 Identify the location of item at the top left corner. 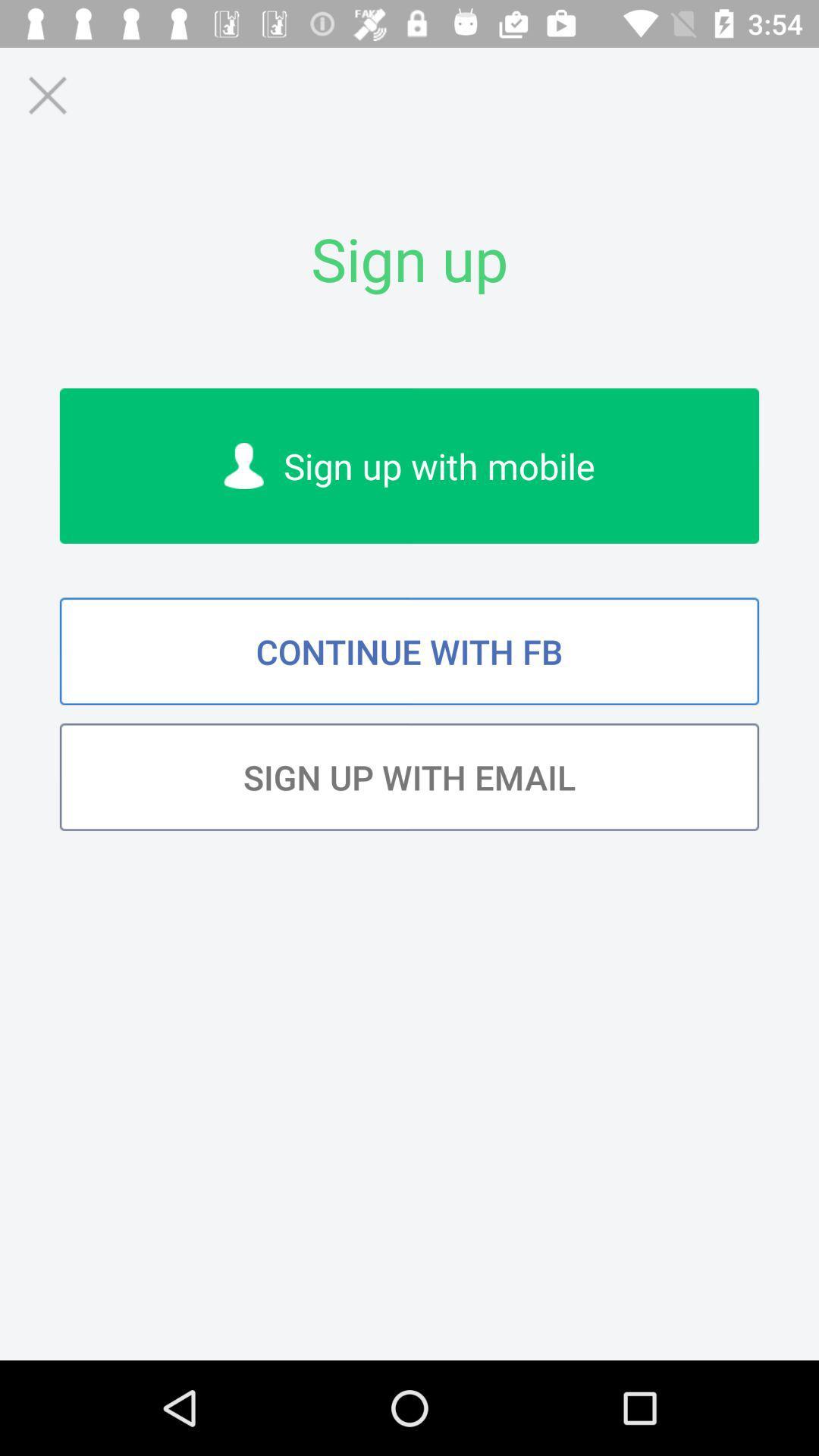
(46, 94).